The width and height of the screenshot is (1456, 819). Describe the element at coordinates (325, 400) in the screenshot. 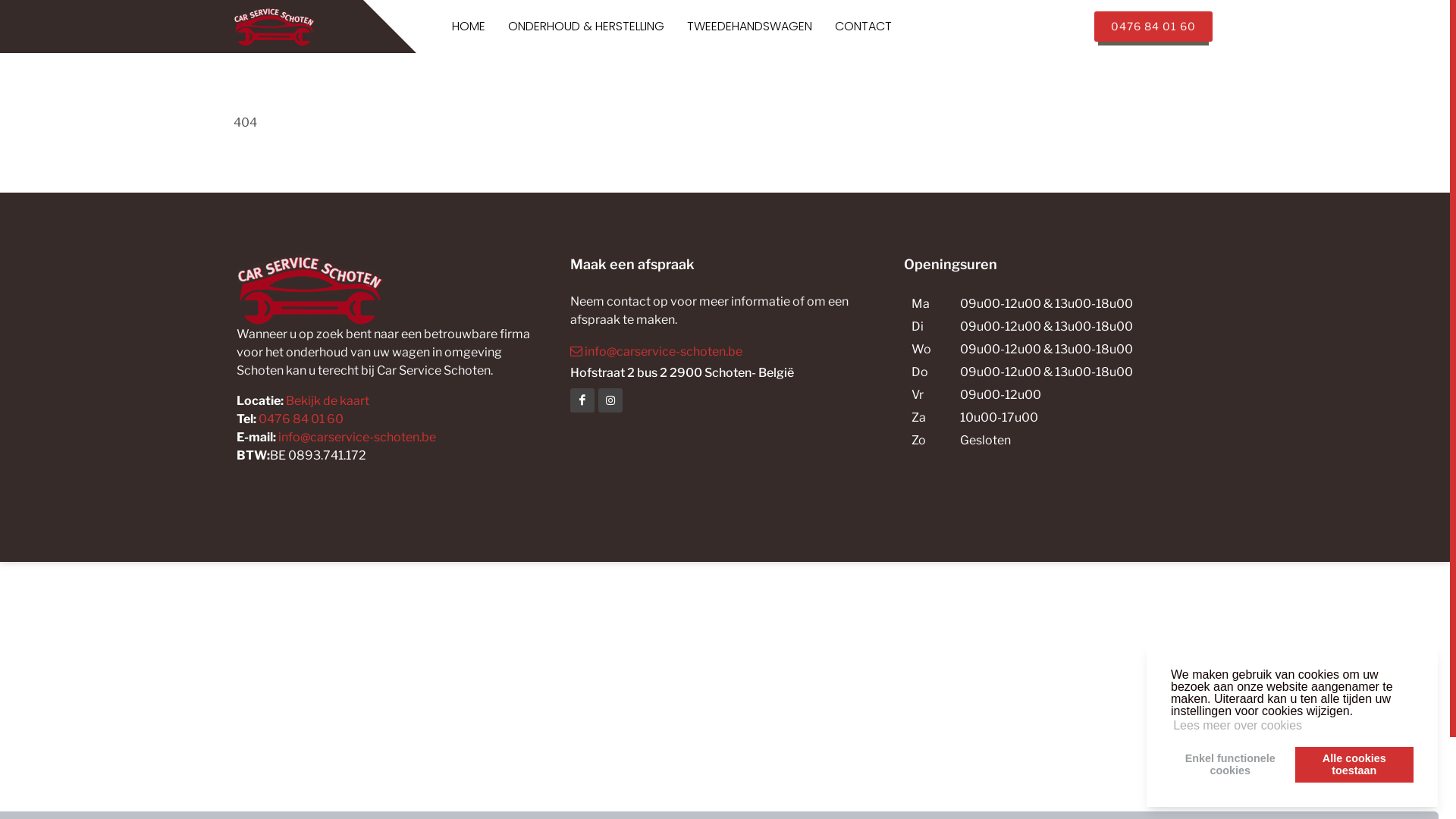

I see `'Bekijk de kaart'` at that location.